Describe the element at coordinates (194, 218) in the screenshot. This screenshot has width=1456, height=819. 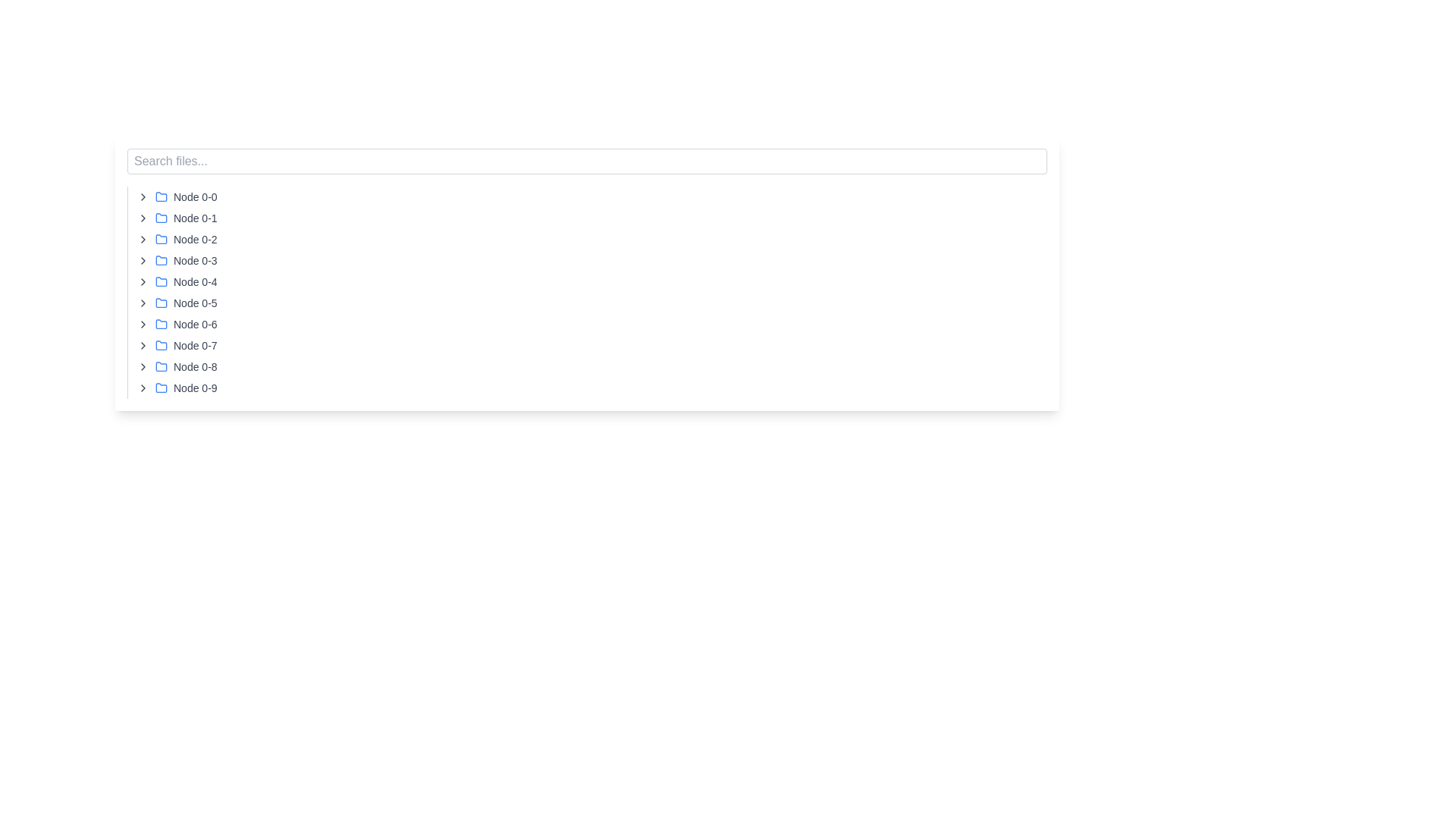
I see `the text label displaying 'Node 0-1', which is the third item in a file explorer list` at that location.